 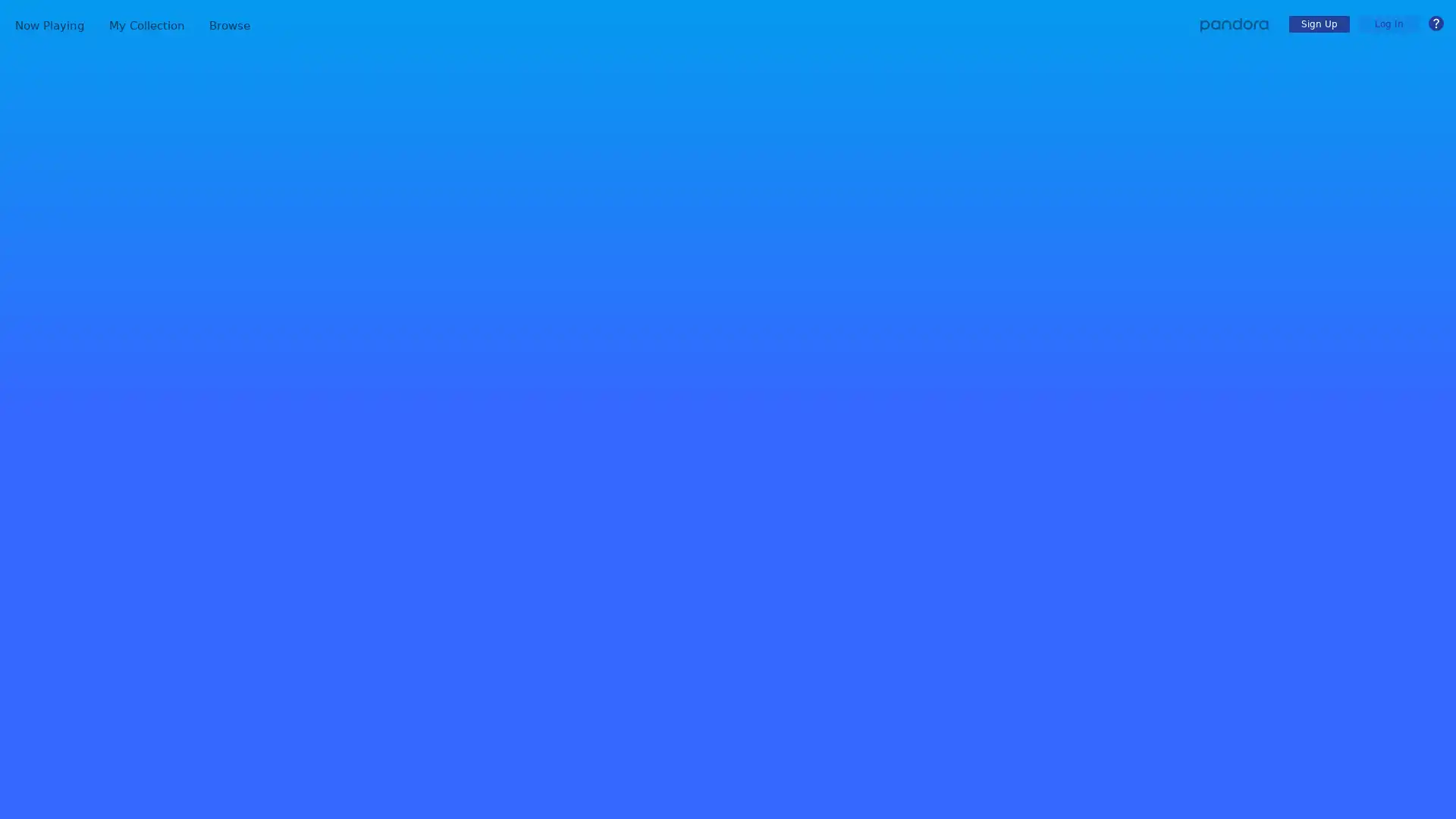 I want to click on Play Ep. 47 | Universal Robots CEO Kim Povlsen on Collaborative Robots for the 98% Ep. 47 | Universal Robots CEO Kim Povlsen on Collaborative Robots for the 98% Jun 7, 2022 46:58 more ... I think you're going to see a world where people work side by side with robots, says Povlsen. Collaborative robots, like those made by Universal Robots, will take care of the 3D tasks - dull, dirty, or dangerous. This will allow people to take on more fulfilling tasks and use their creativity. In this episode, Povlsen discusses the early years of Universal Robots and the ambitious goal to create collaborative robots that would be easy to install and fun to program. They wanted to change that entire paradigm of how to program robots into something that pretty much anyone can do with just minimum training. Before joining Universal Robots, Povlsen spent some of his early years at Schneider Electric working on embedded IoT devices where I think we could all see the great potential of connecting devices in general, but back then it was a pain in the neck to connect anything. Povlsens father was an electrical engineer whose workshop was filled with interesting equipment and project. This early exposure created his passion for technology; even though his first project as a young boy was less than a success. I thought I could build this new fancy program and I totally failed..But, I thought it was great. In this lively Moores Lobby interview, the charismatic Povlsen also expounds on: The IKEA of cobots From ship building to robotics - how a Danish community transitioned from world leadership in one industry to a completely different one The conceptual connection between noise-canceling headphones and better cobots And, why he doesnt want to play squash with a robot, so click(x=974, y=426).